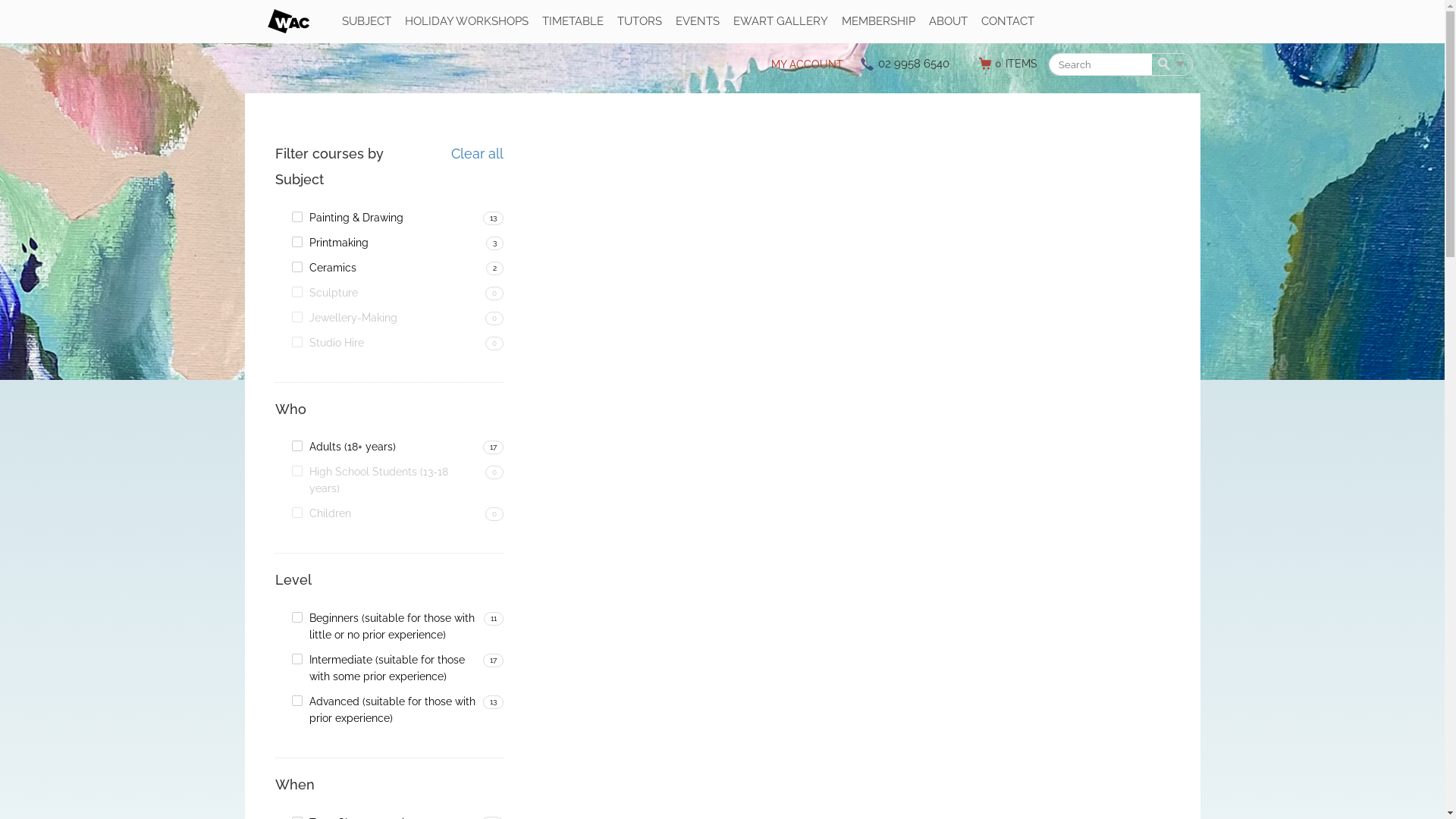 This screenshot has width=1456, height=819. I want to click on 'EVENTS', so click(668, 20).